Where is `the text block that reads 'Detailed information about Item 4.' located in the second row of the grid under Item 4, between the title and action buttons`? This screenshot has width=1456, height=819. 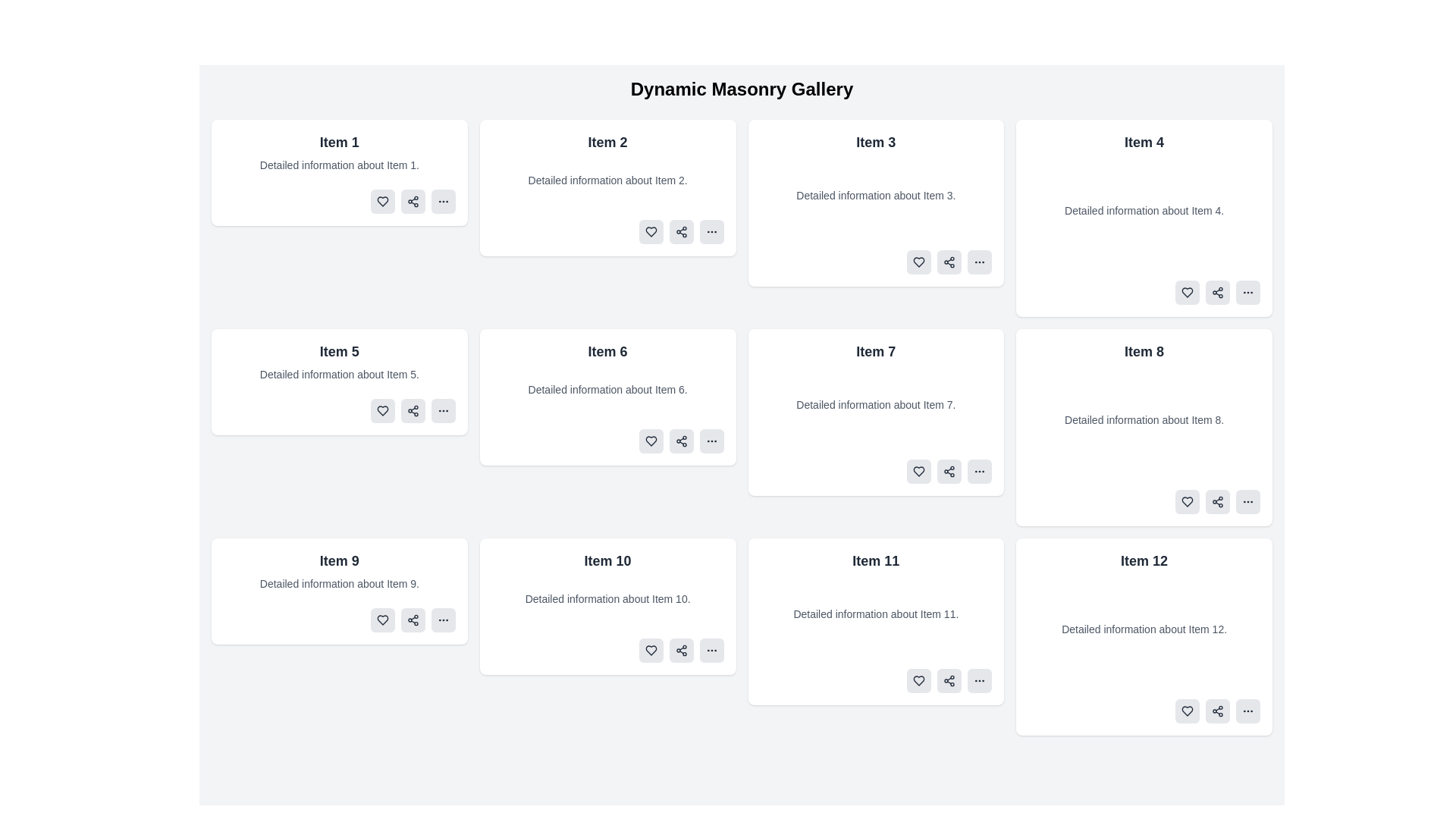 the text block that reads 'Detailed information about Item 4.' located in the second row of the grid under Item 4, between the title and action buttons is located at coordinates (1144, 210).